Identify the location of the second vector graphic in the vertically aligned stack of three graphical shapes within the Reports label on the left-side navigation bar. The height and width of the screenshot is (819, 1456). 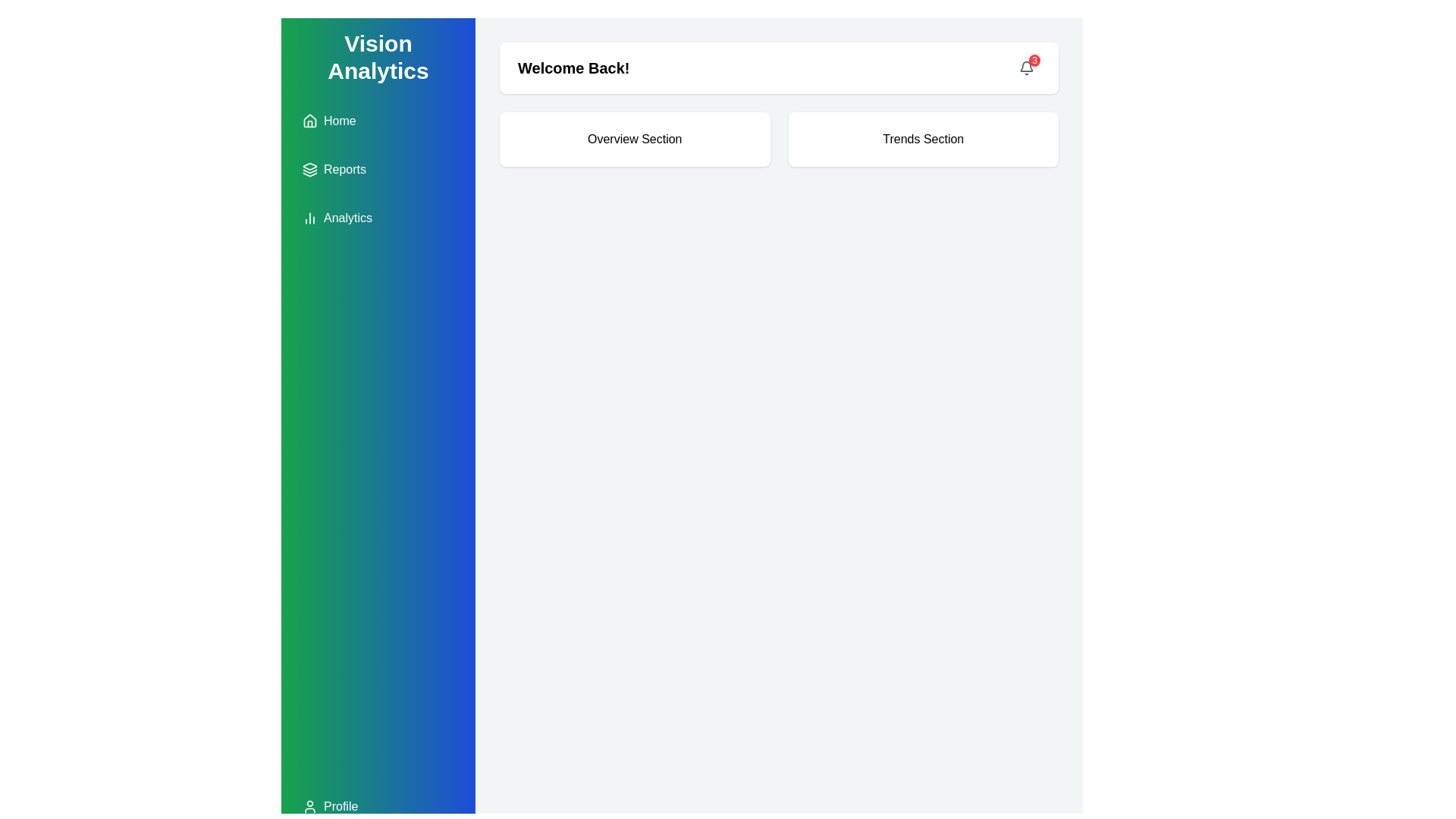
(309, 171).